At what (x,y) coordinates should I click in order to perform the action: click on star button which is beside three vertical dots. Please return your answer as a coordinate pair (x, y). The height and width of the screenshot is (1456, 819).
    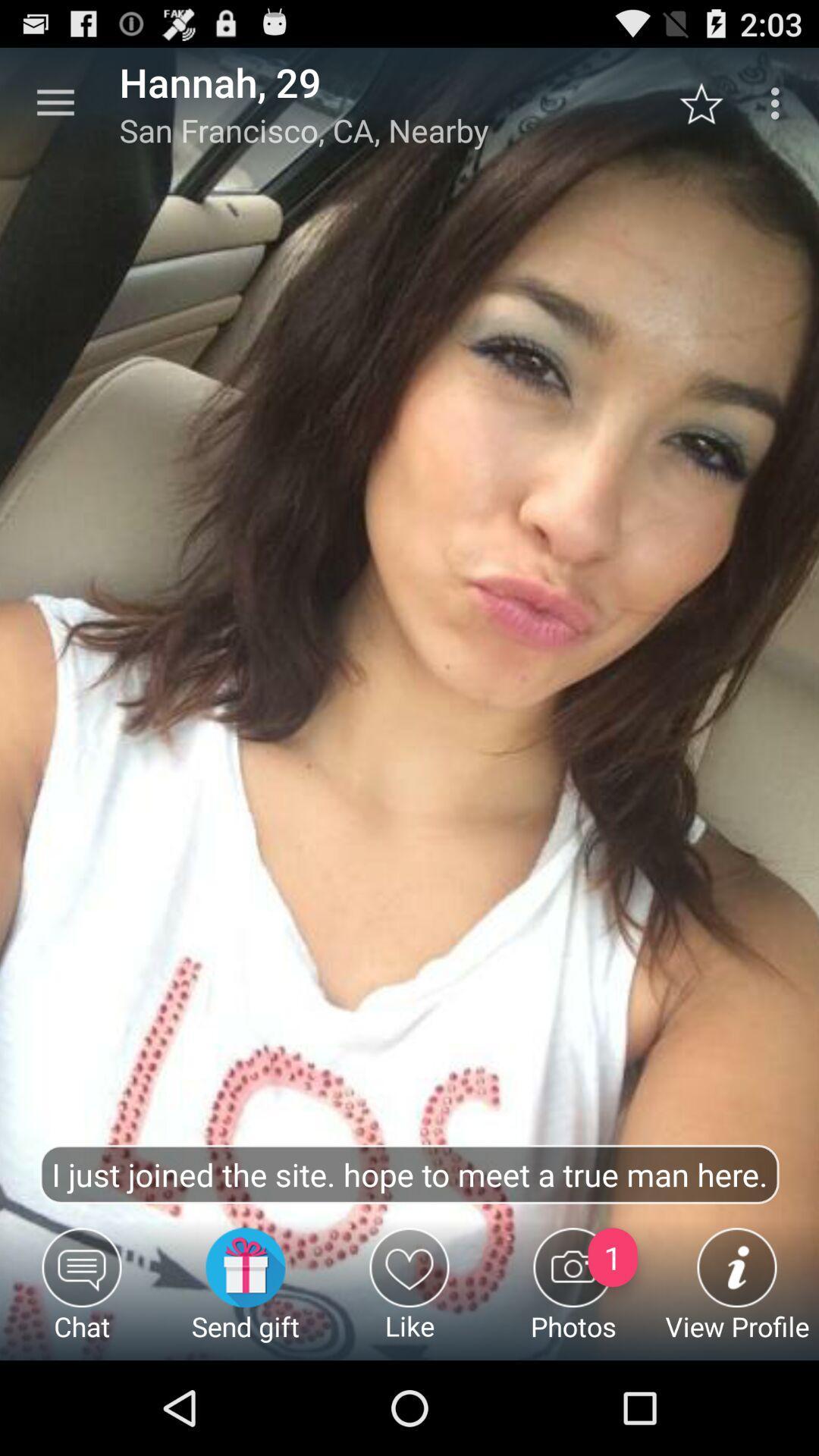
    Looking at the image, I should click on (709, 103).